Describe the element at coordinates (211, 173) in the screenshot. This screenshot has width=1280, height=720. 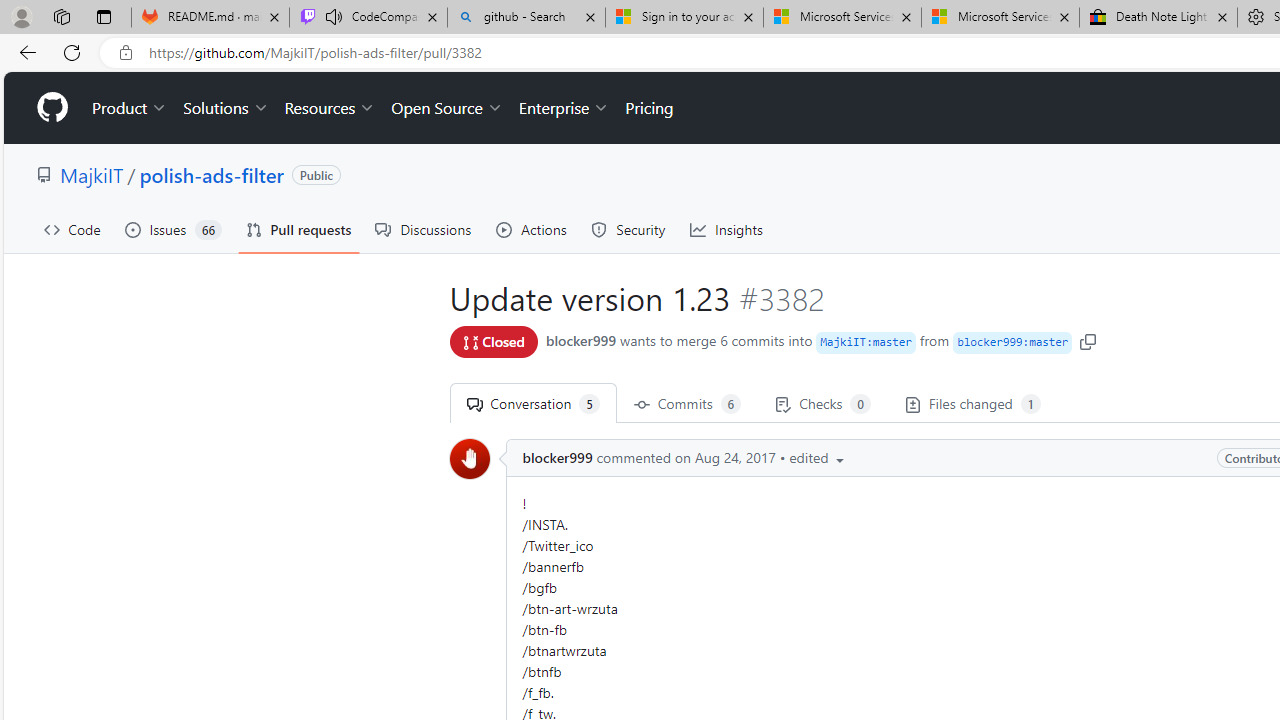
I see `'polish-ads-filter'` at that location.